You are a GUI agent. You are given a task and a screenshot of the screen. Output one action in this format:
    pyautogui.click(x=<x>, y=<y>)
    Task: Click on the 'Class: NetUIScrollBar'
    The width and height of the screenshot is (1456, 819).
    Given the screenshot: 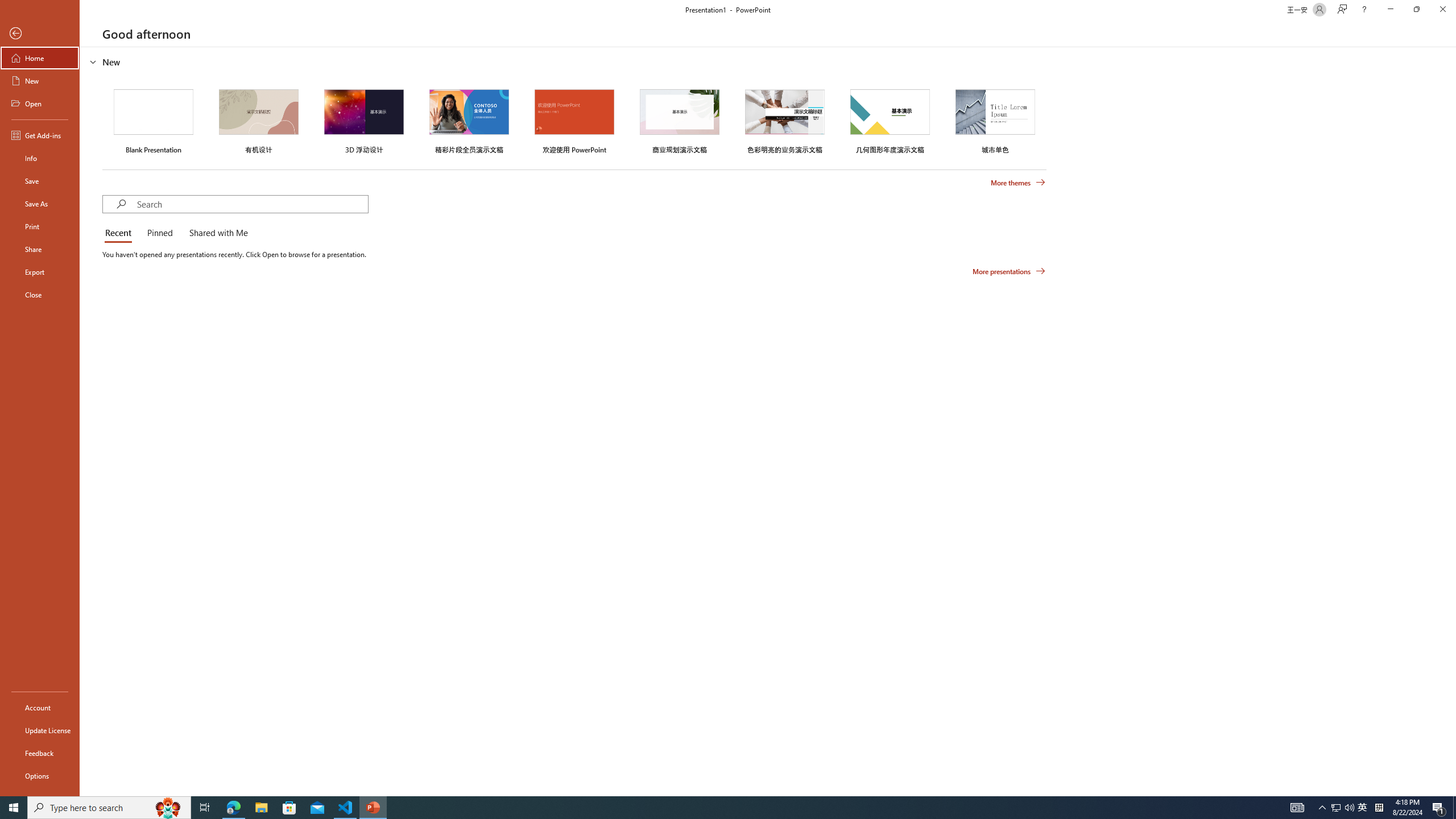 What is the action you would take?
    pyautogui.click(x=1451, y=421)
    